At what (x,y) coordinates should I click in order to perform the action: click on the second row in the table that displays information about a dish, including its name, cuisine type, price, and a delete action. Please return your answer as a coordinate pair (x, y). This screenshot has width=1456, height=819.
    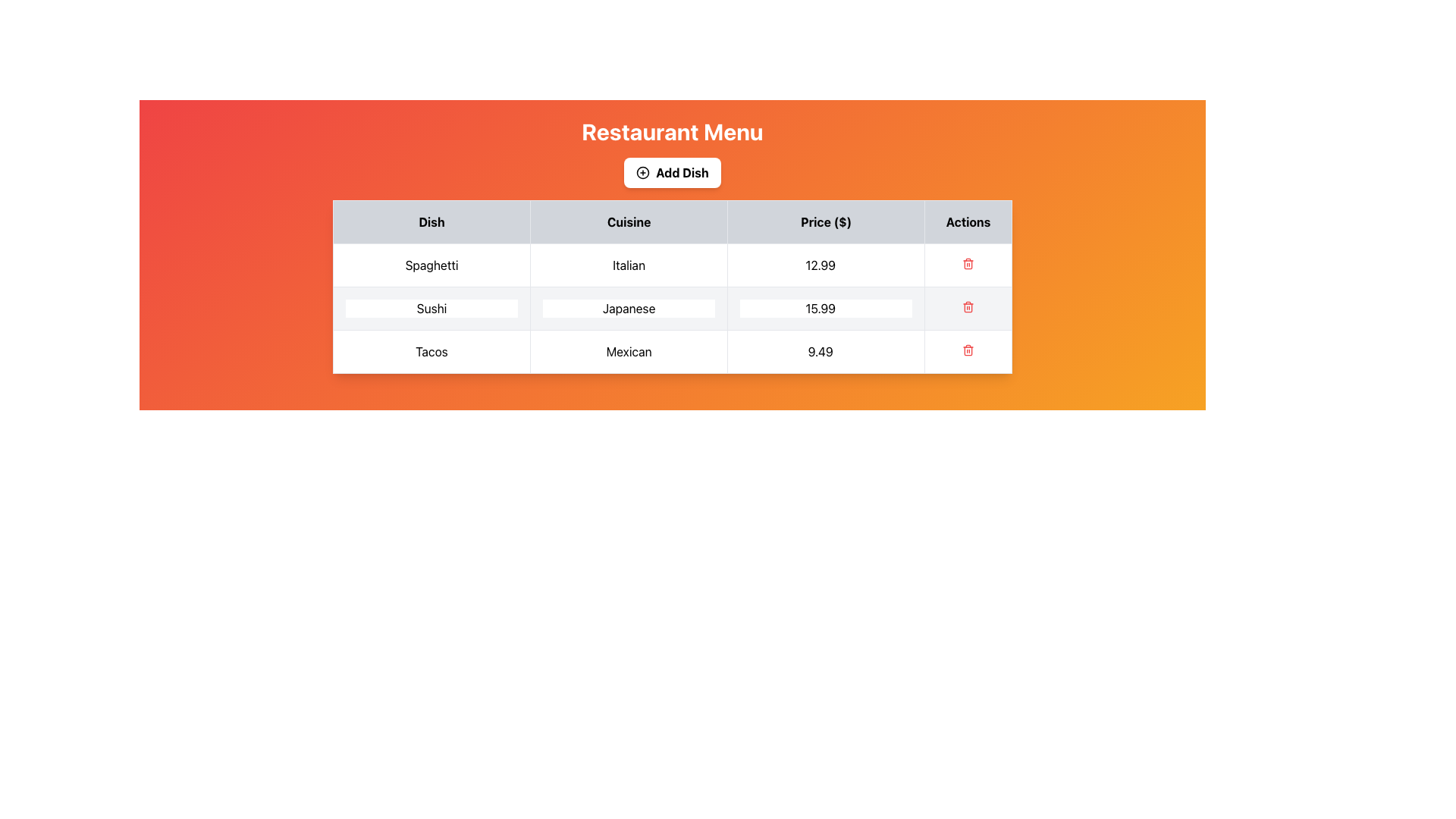
    Looking at the image, I should click on (672, 308).